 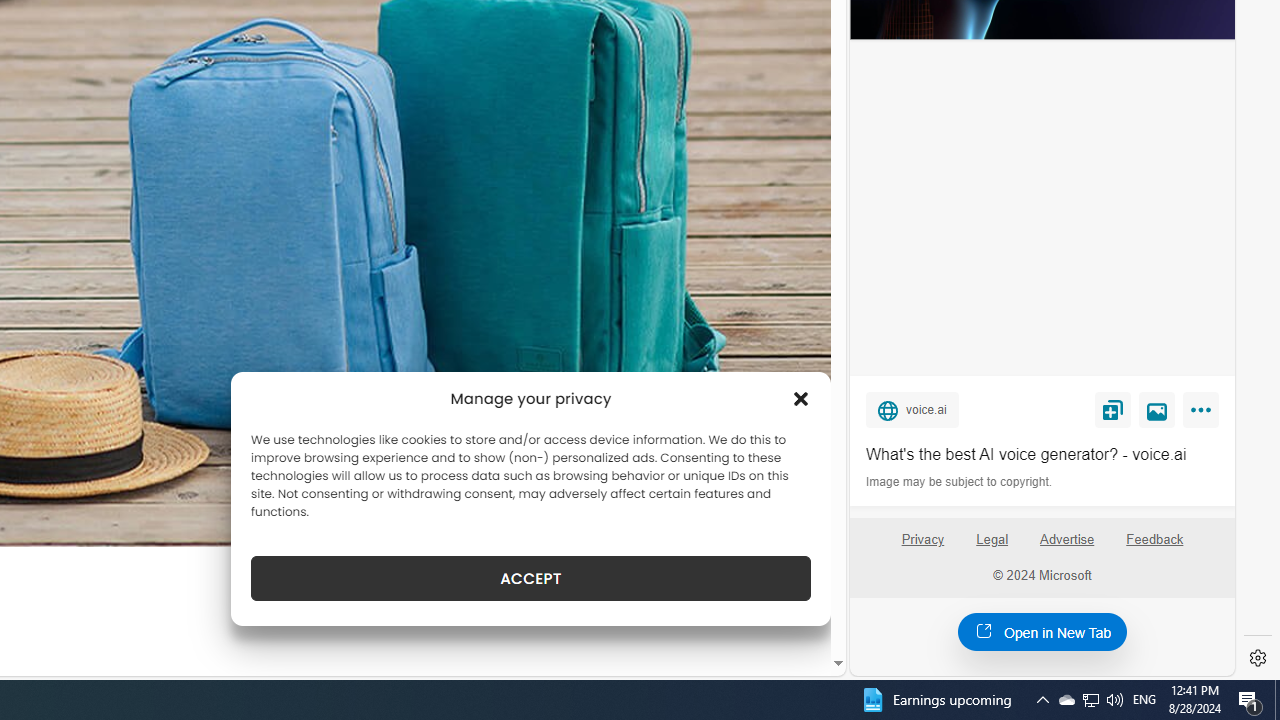 I want to click on 'Advertise', so click(x=1066, y=547).